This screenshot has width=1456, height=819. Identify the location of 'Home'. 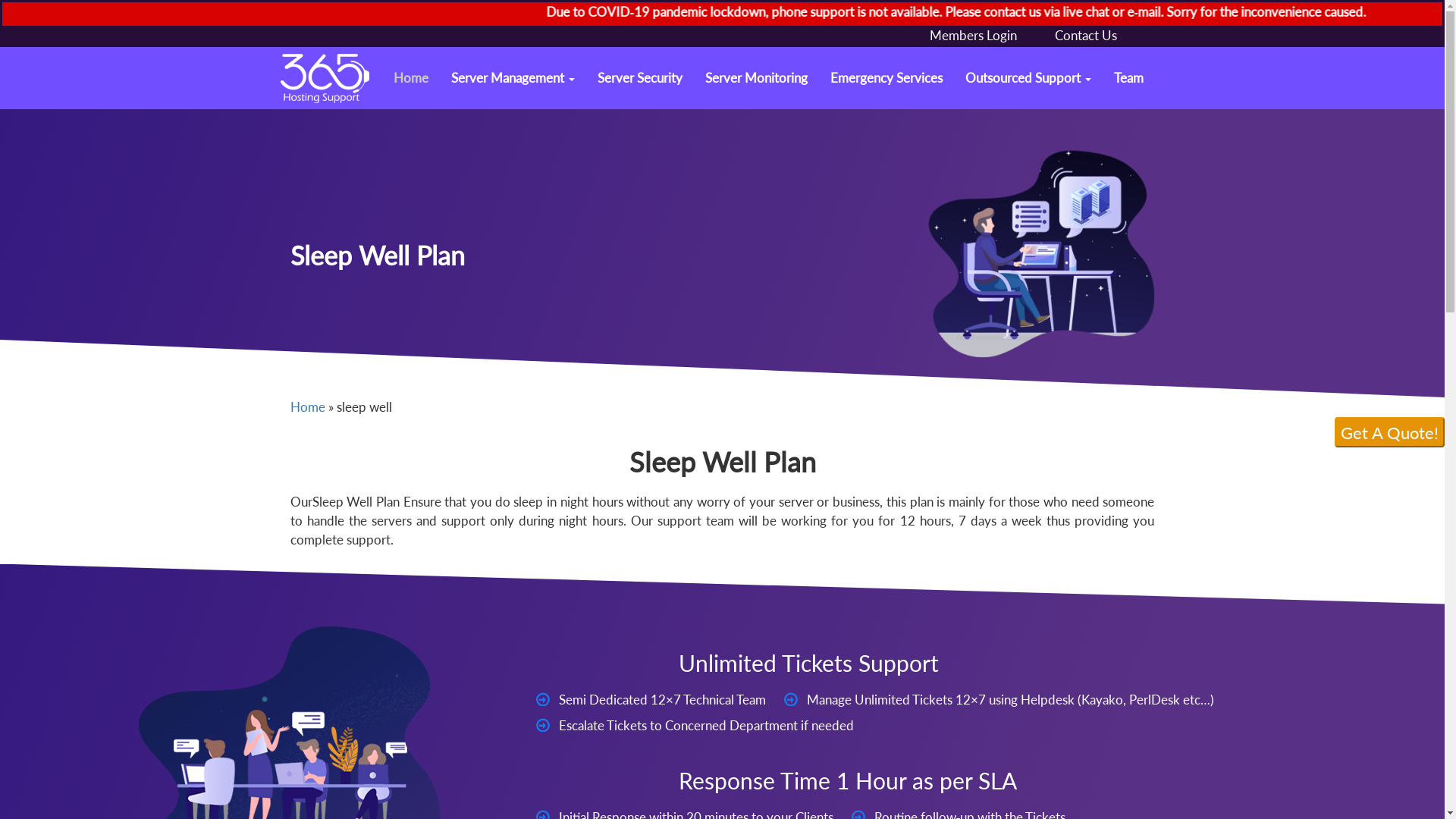
(411, 78).